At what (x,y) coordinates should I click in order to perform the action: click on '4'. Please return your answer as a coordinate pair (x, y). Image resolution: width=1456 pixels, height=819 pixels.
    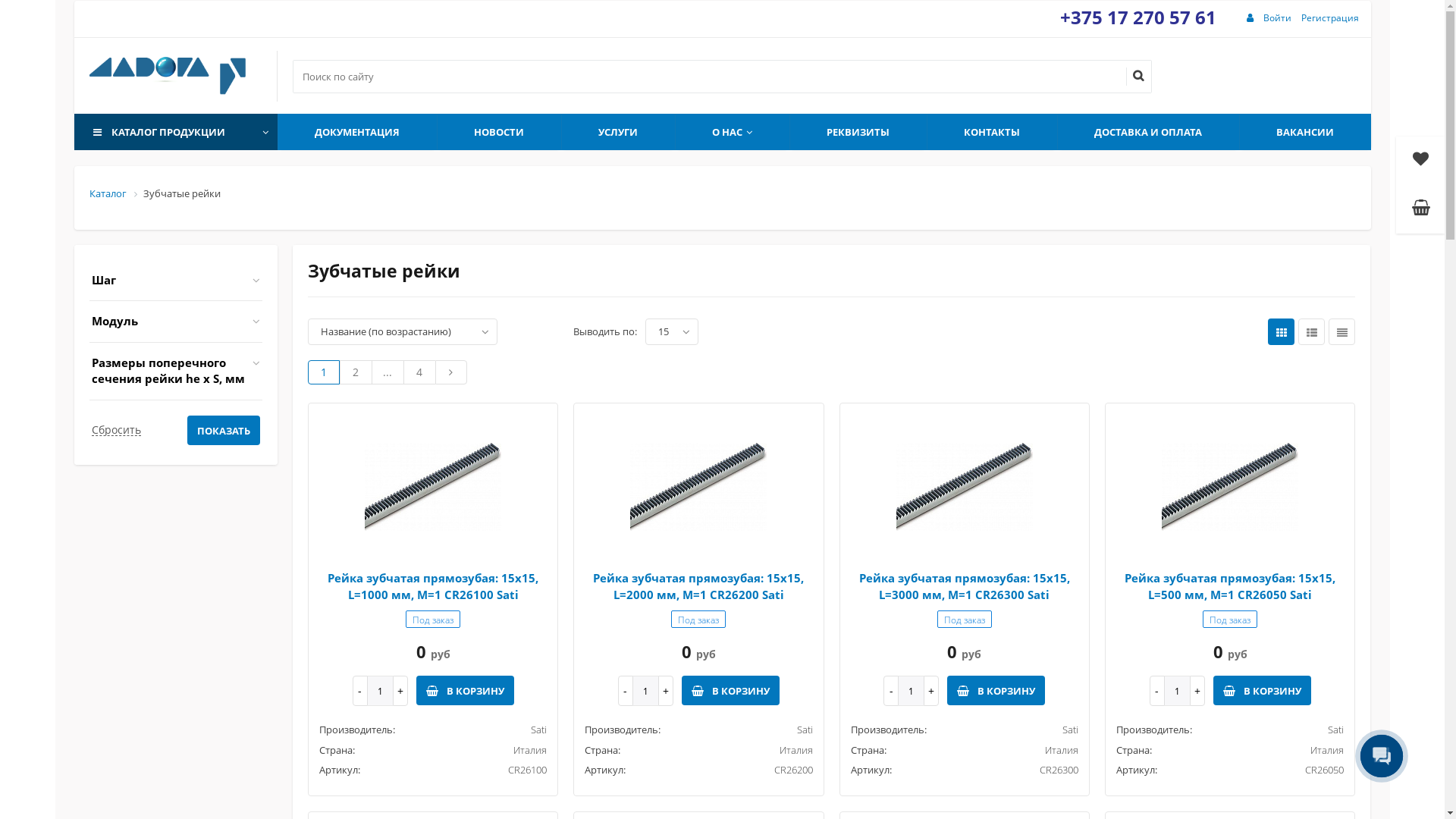
    Looking at the image, I should click on (419, 372).